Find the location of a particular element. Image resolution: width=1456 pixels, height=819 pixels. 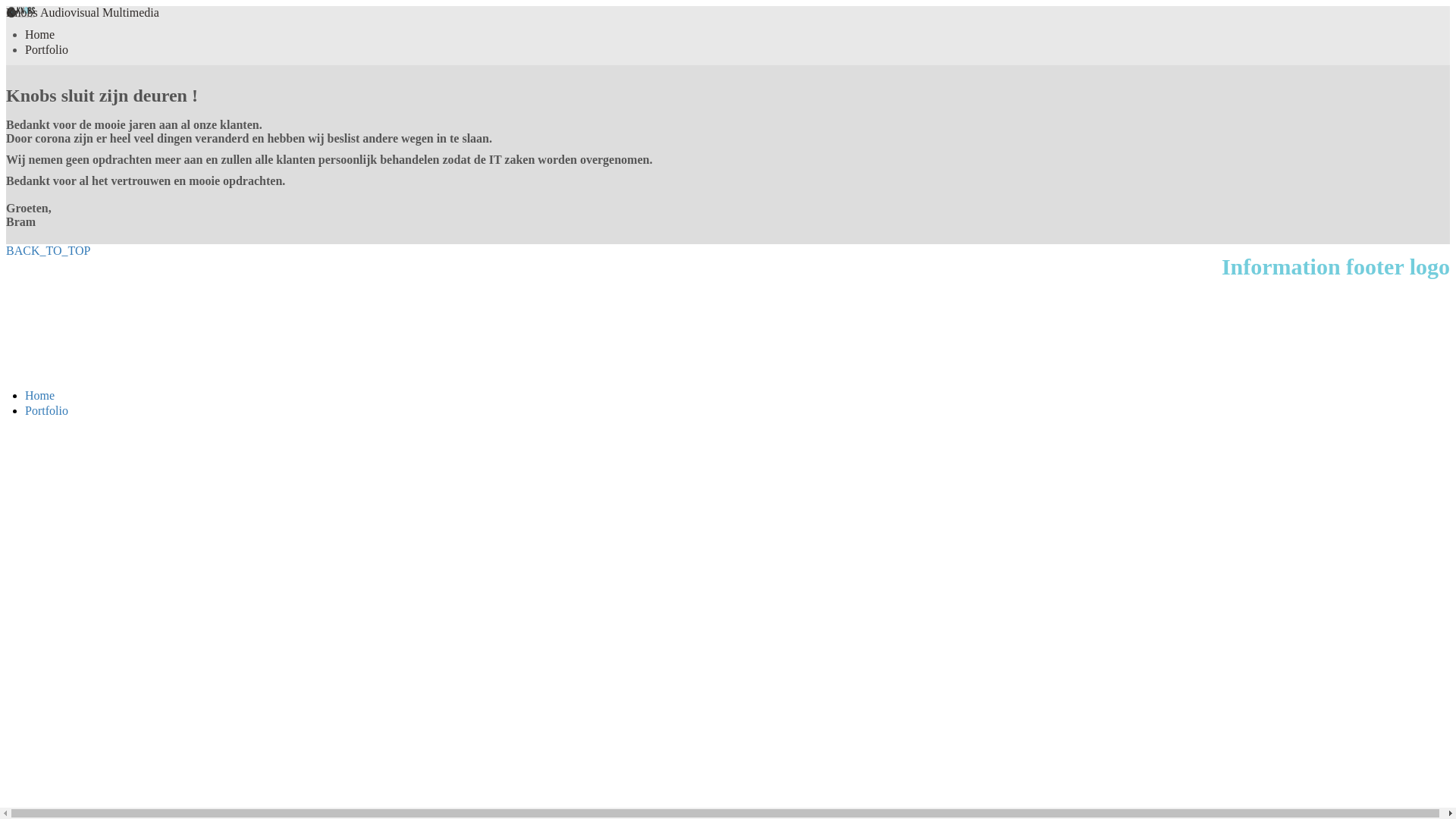

'BACK_TO_TOP' is located at coordinates (6, 249).